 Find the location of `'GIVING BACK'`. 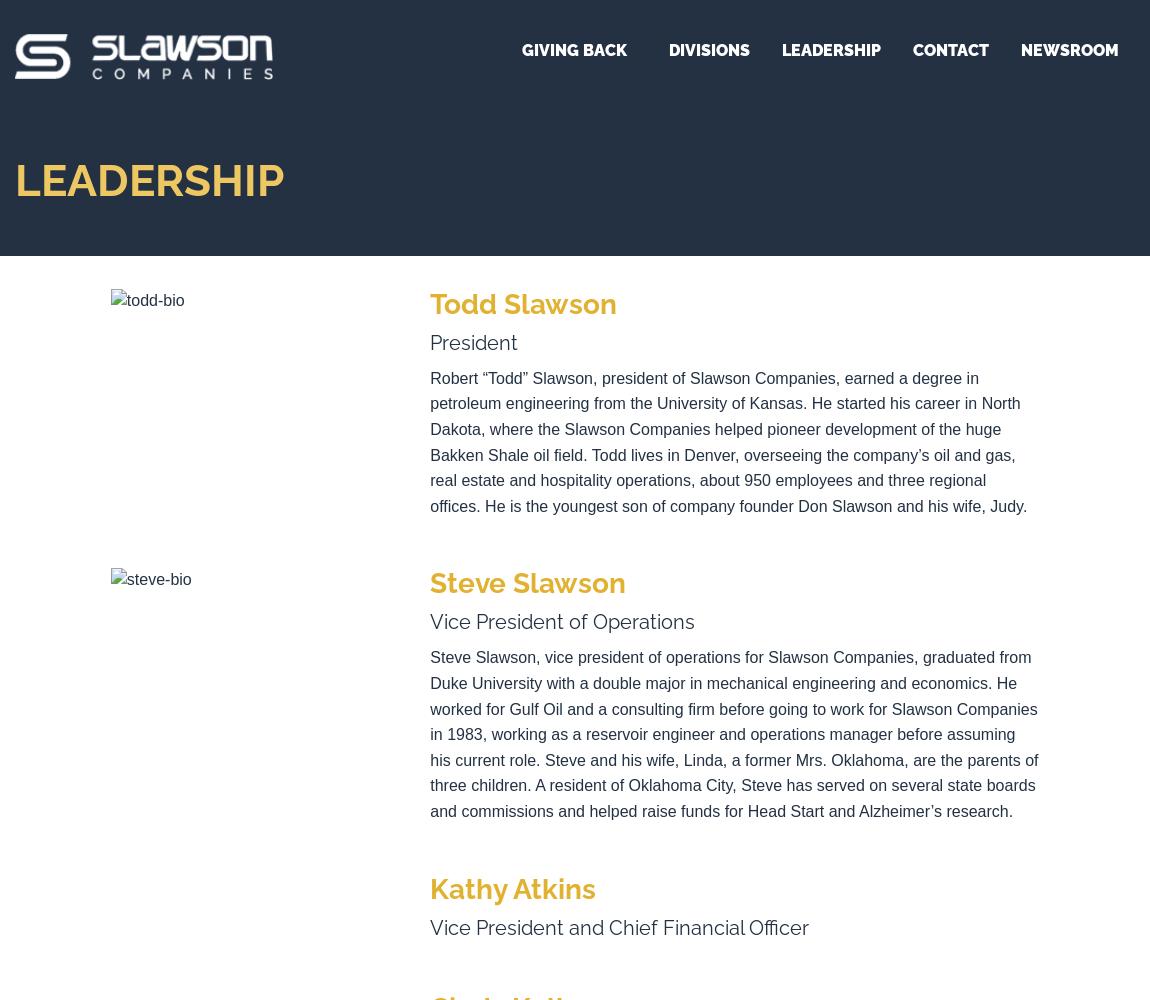

'GIVING BACK' is located at coordinates (574, 50).